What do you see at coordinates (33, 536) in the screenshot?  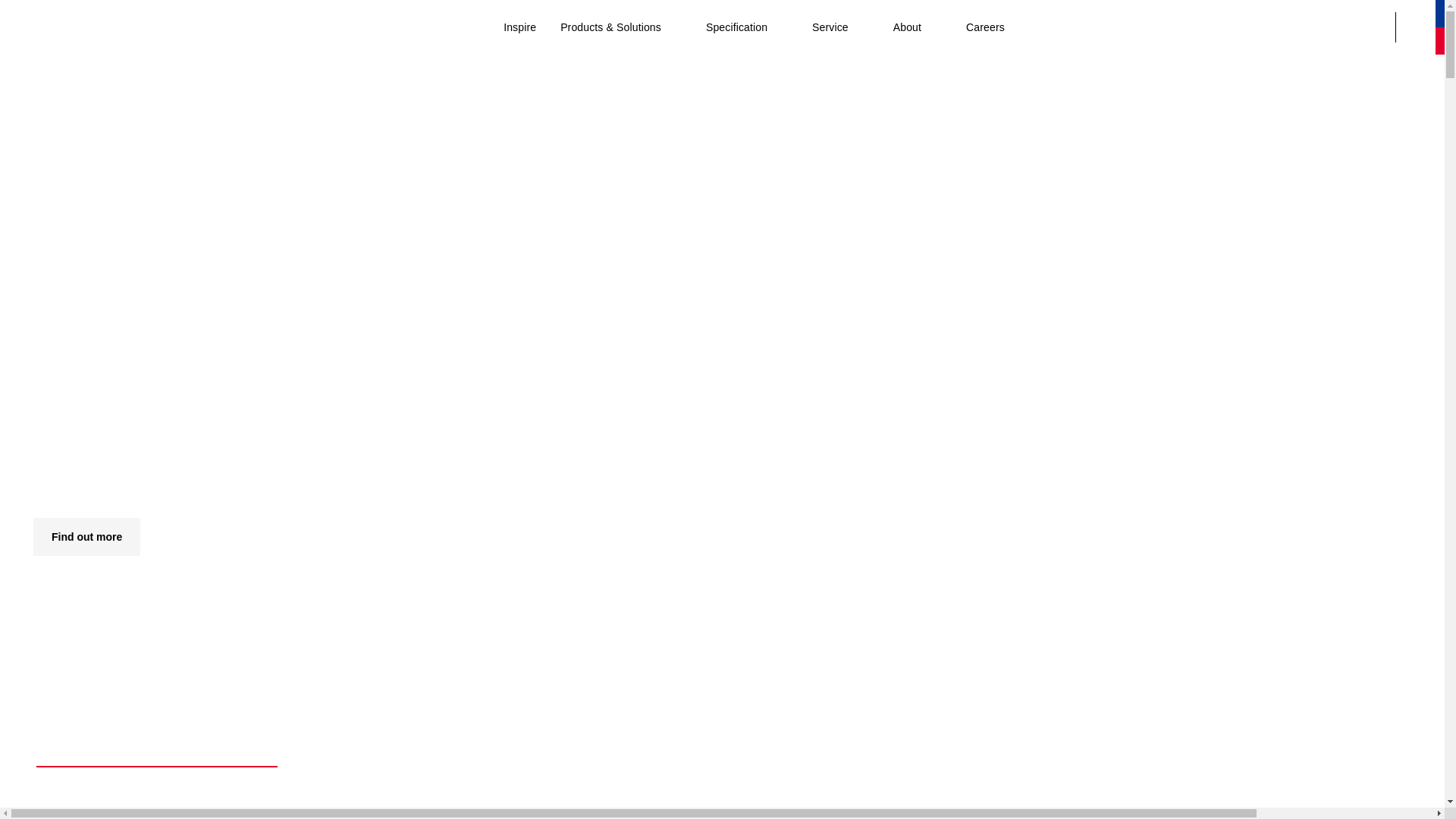 I see `'Find out more'` at bounding box center [33, 536].